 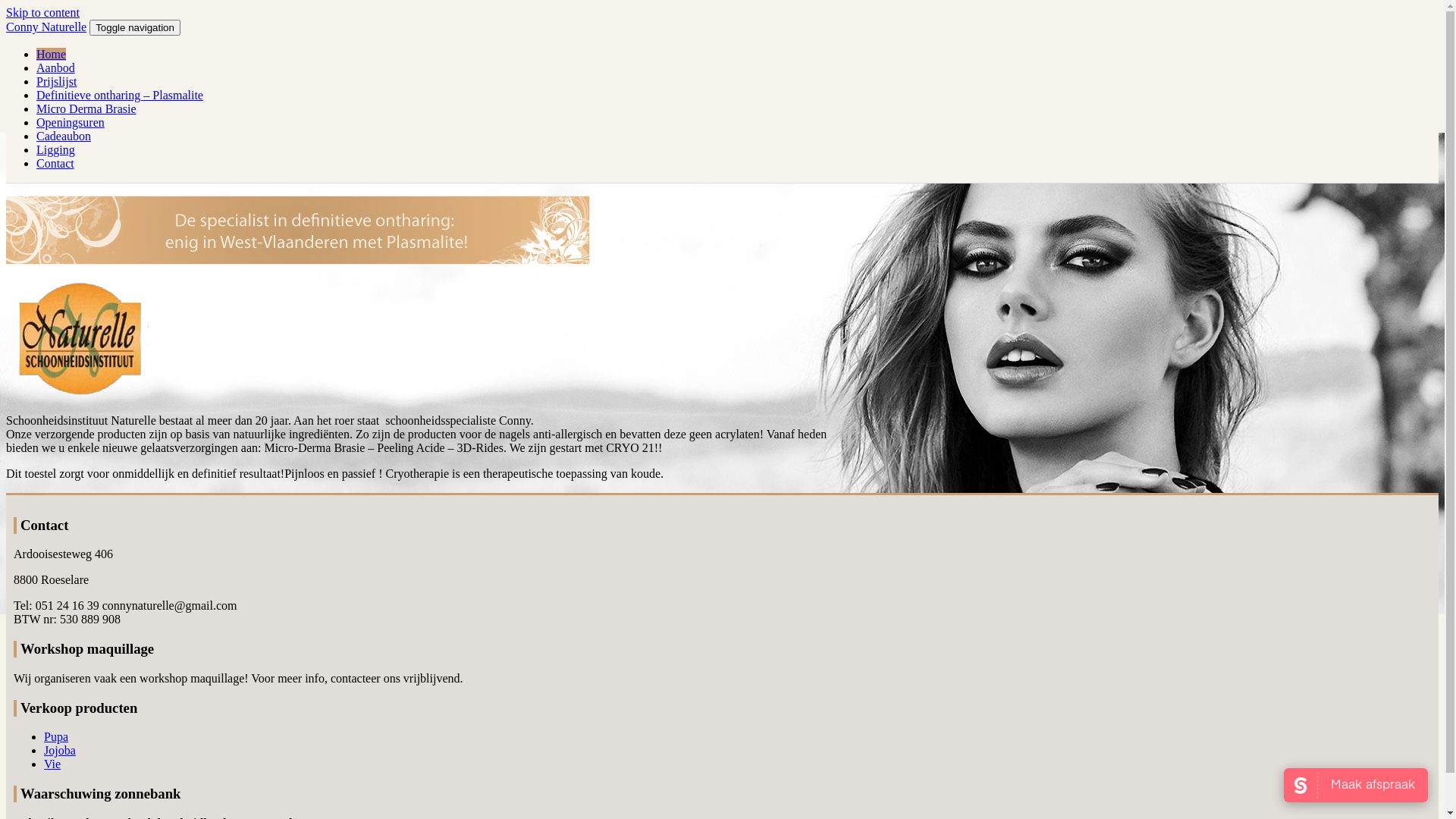 What do you see at coordinates (55, 67) in the screenshot?
I see `'Aanbod'` at bounding box center [55, 67].